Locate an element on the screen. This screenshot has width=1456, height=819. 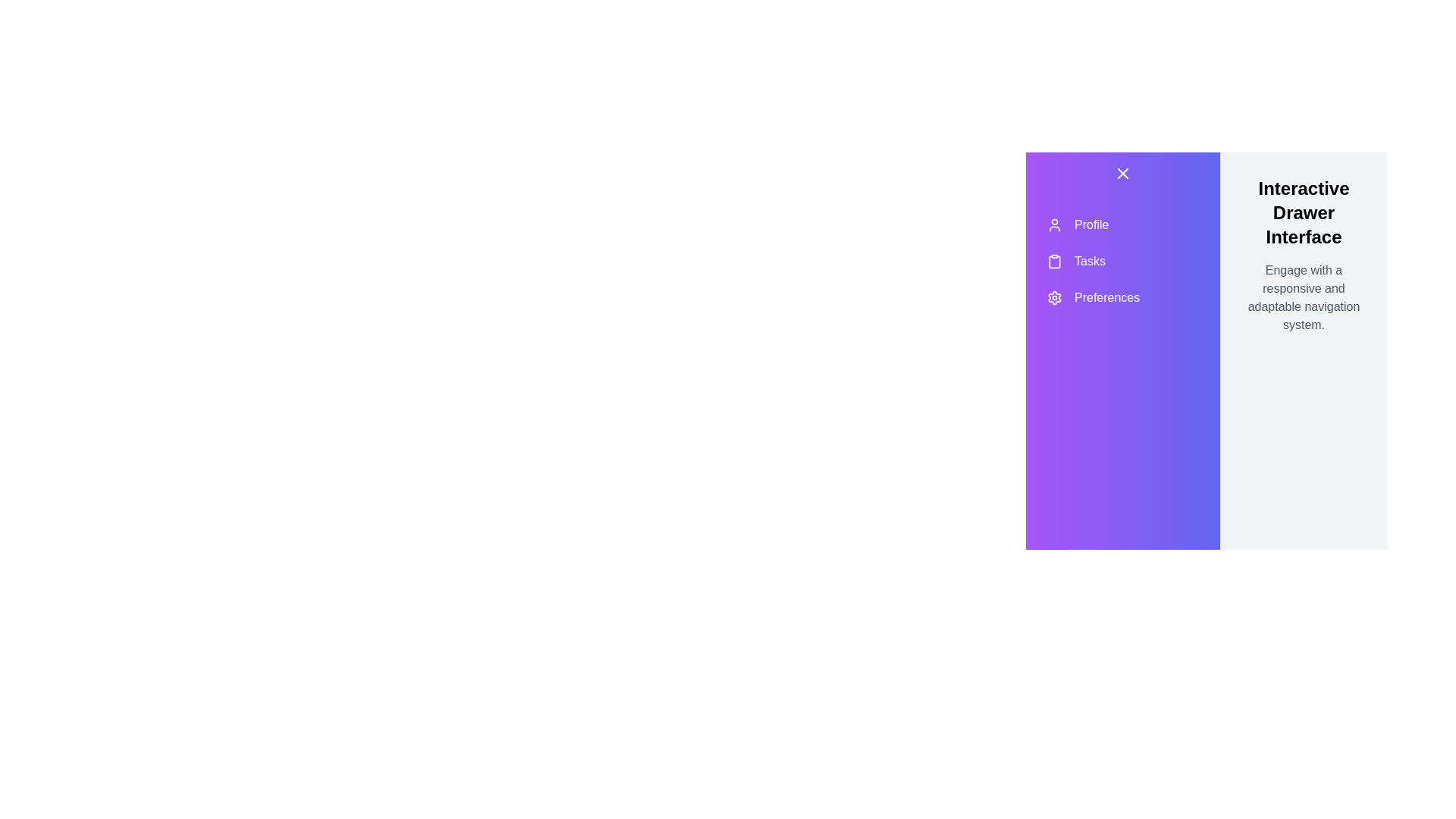
toggle button located at the top of the sidebar to toggle its visibility is located at coordinates (1123, 172).